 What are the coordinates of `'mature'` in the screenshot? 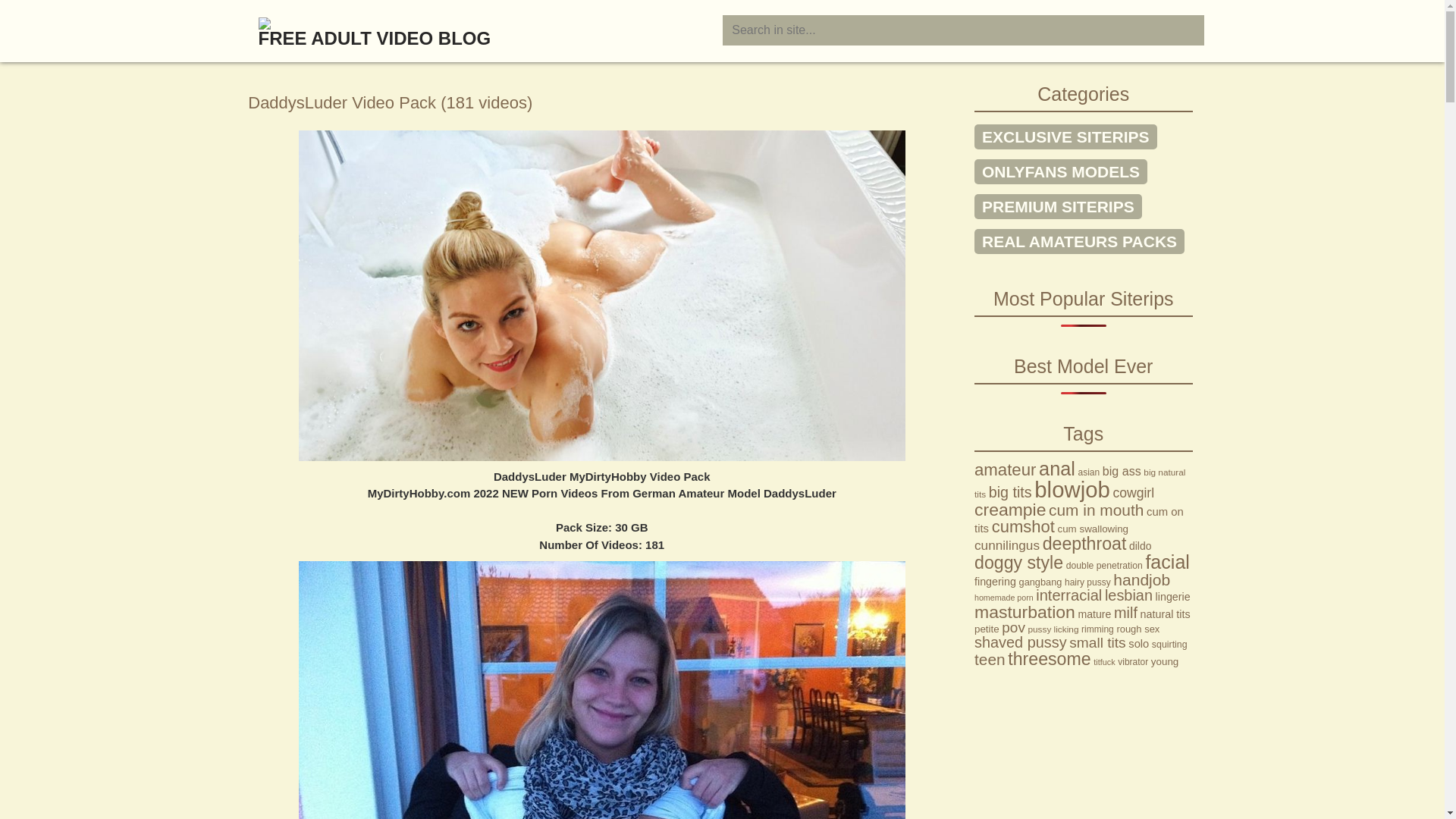 It's located at (1094, 614).